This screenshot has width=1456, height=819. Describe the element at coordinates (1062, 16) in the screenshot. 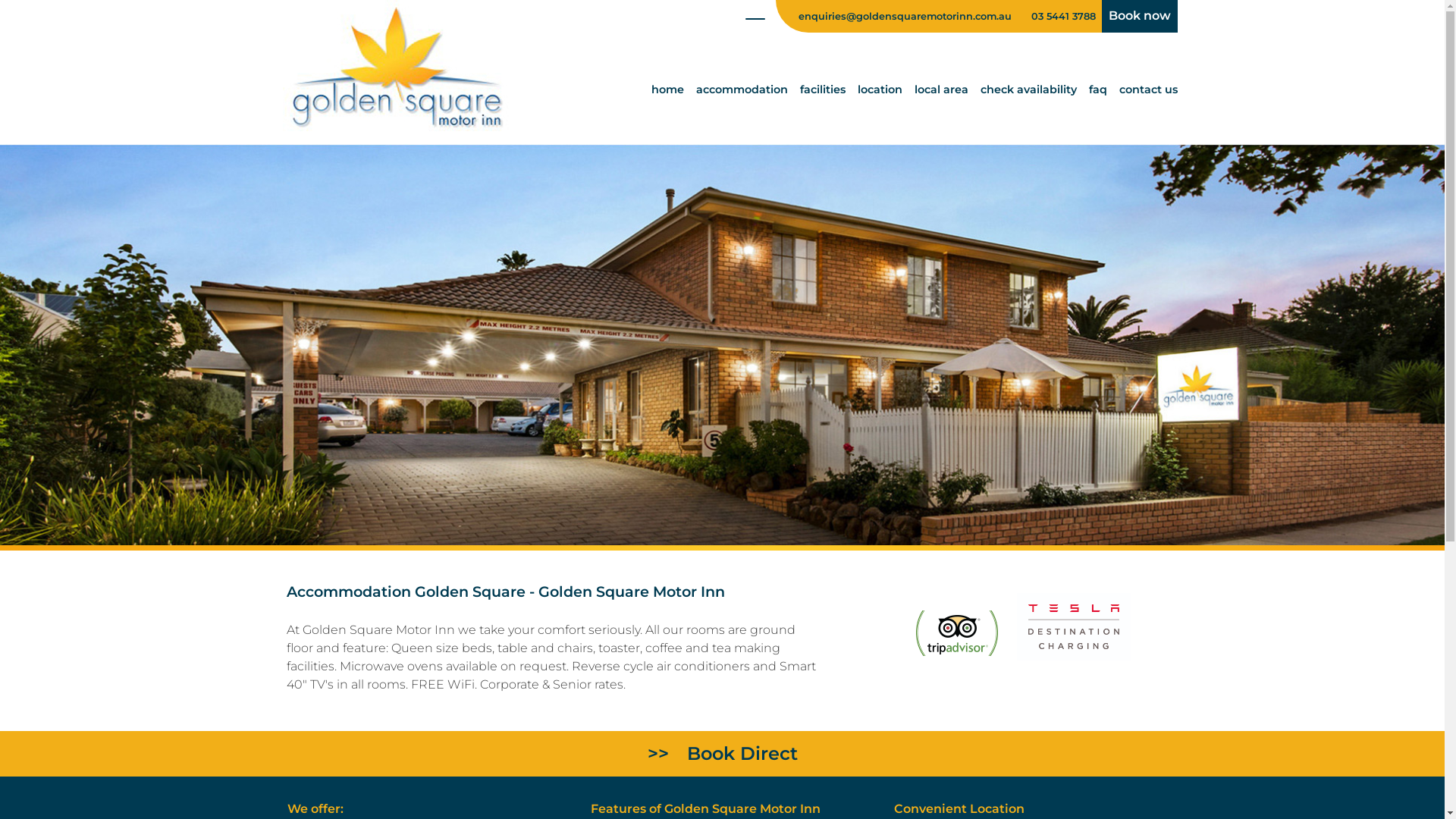

I see `'03 5441 3788'` at that location.